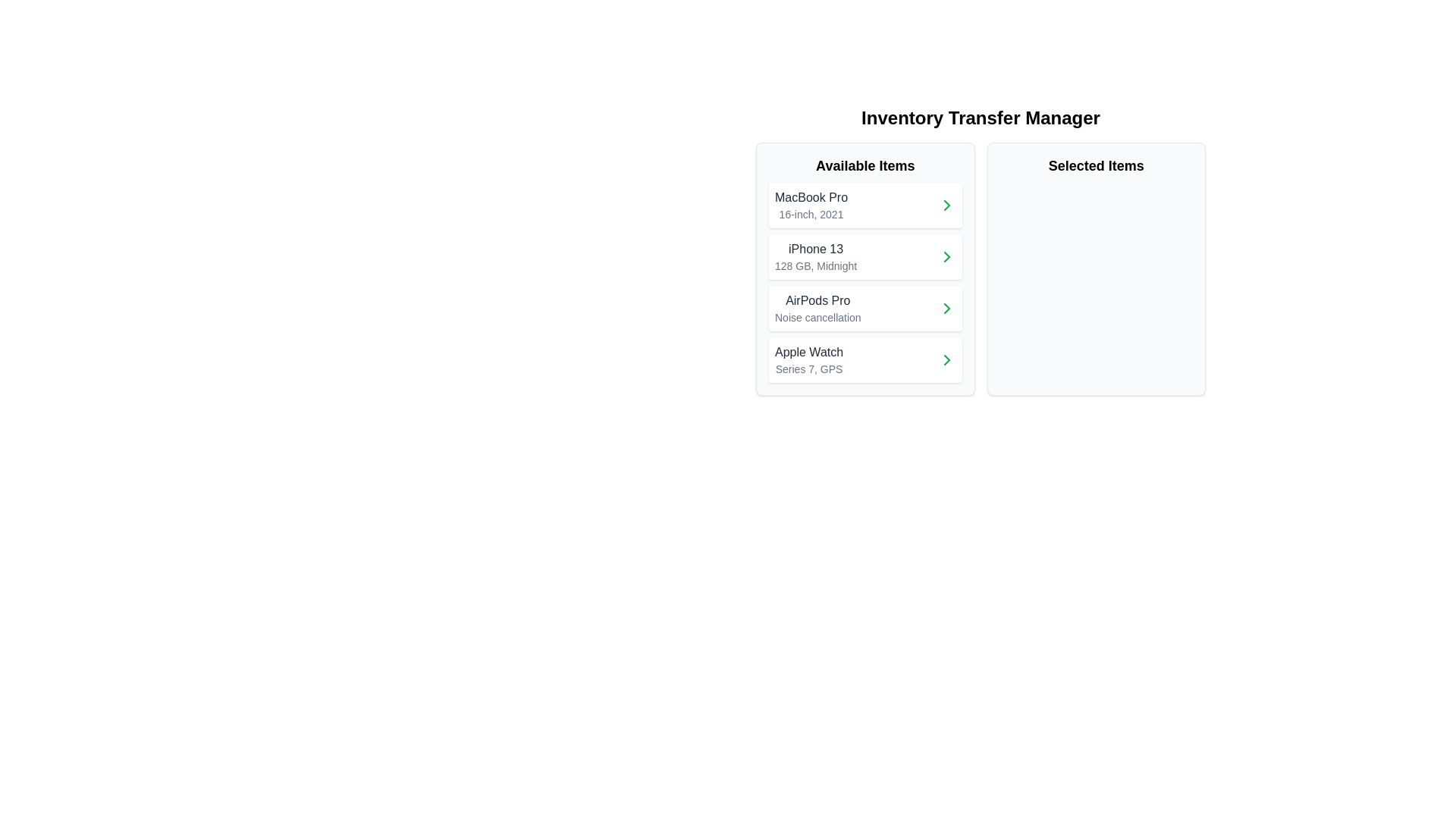  What do you see at coordinates (865, 283) in the screenshot?
I see `an item in the List Panel` at bounding box center [865, 283].